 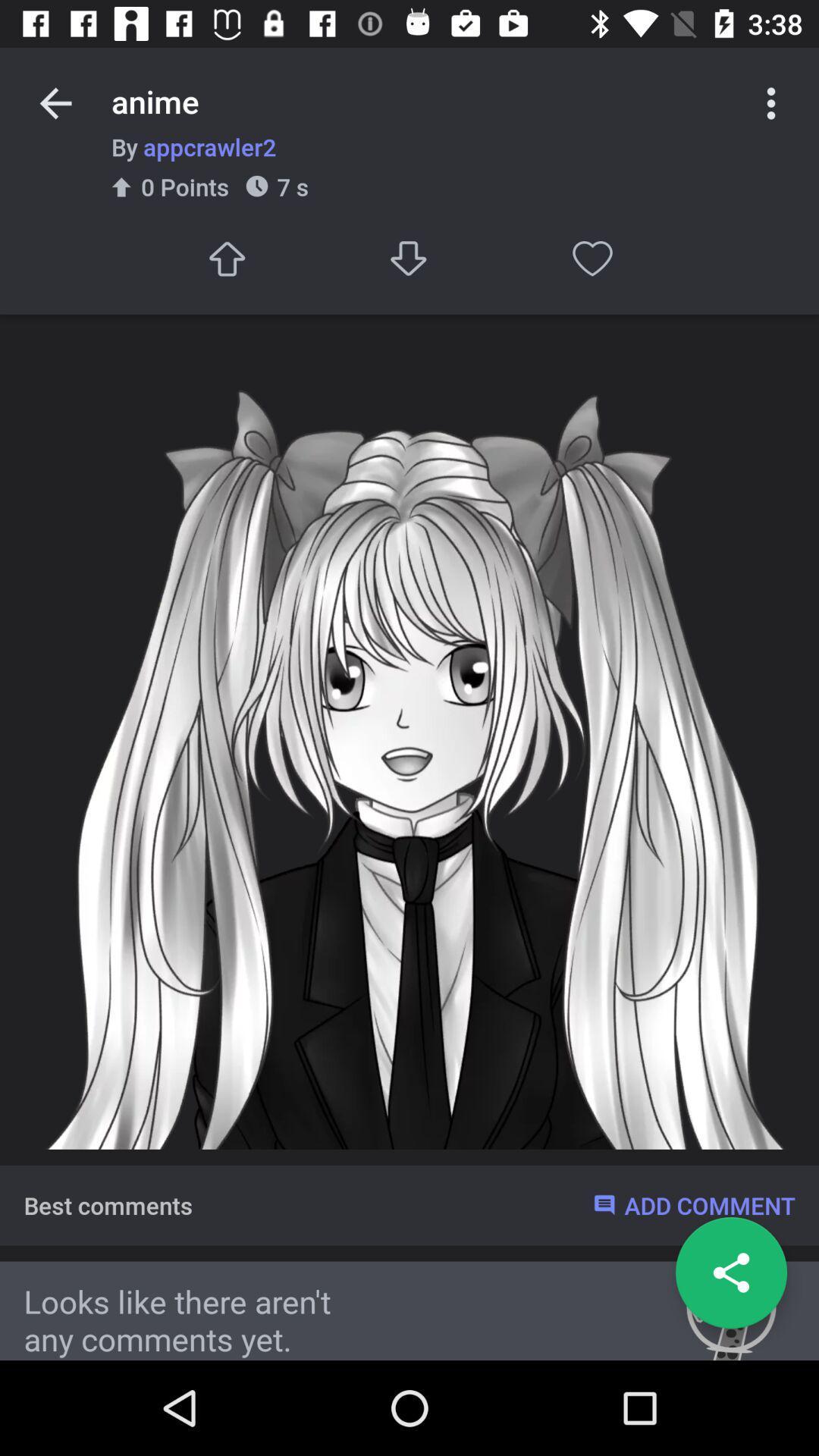 What do you see at coordinates (730, 1272) in the screenshot?
I see `share button` at bounding box center [730, 1272].